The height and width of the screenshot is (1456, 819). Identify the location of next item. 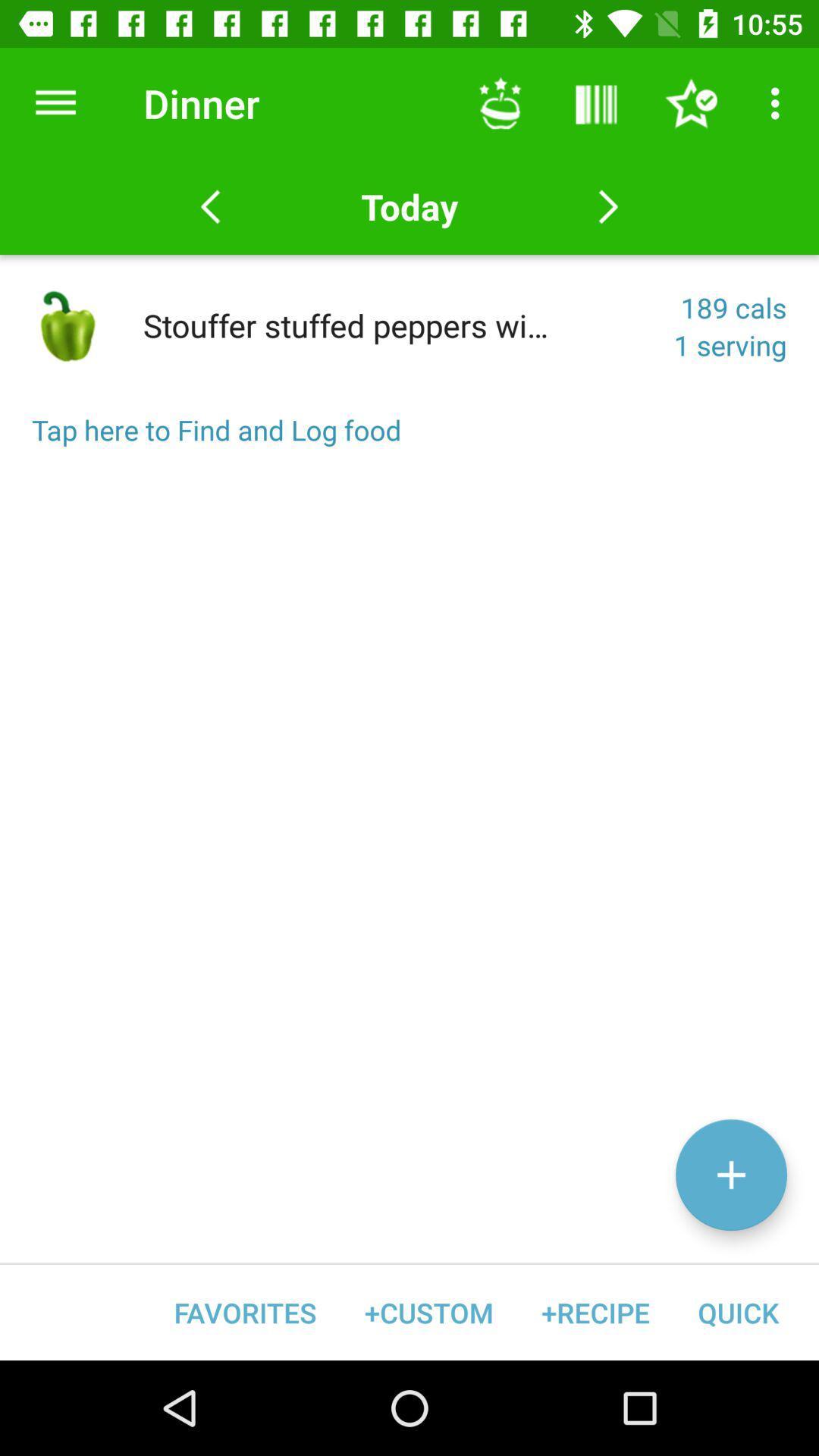
(607, 206).